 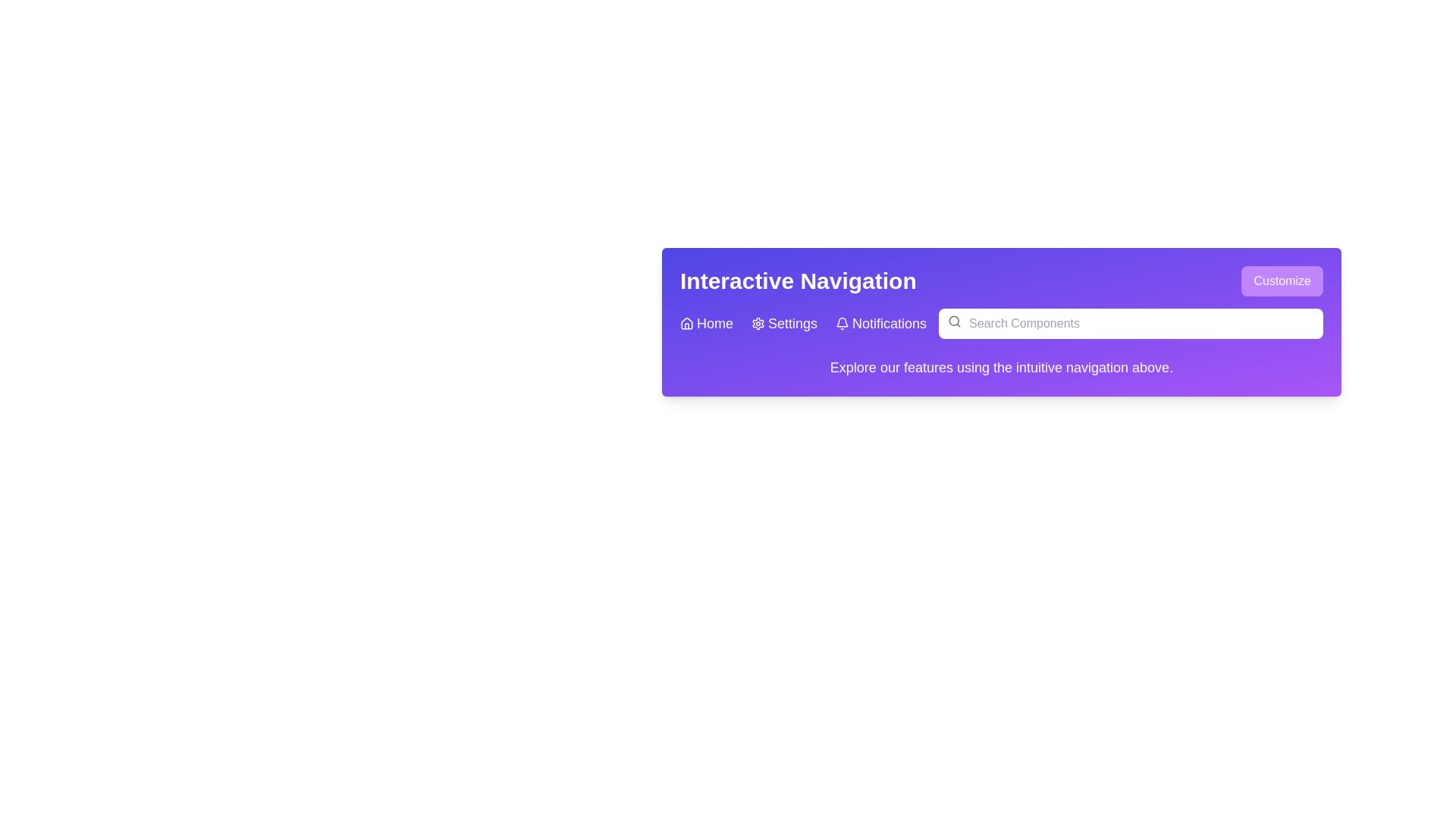 What do you see at coordinates (784, 323) in the screenshot?
I see `the 'Settings' navigation link, which is the second item in the menu` at bounding box center [784, 323].